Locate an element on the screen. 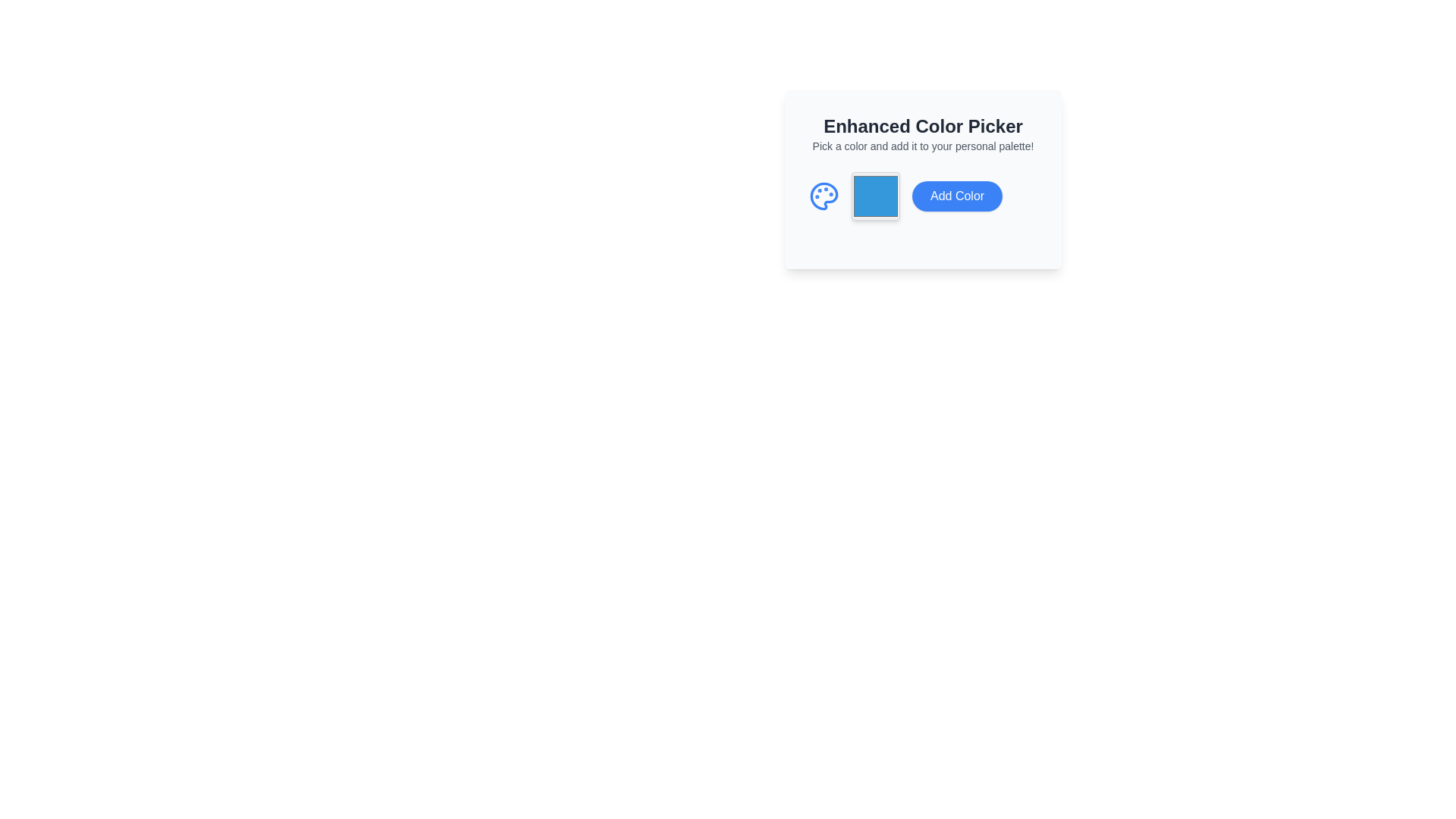 Image resolution: width=1456 pixels, height=819 pixels. the button that adds the currently selected color to the palette, located at the far right of the color picker interface is located at coordinates (922, 195).